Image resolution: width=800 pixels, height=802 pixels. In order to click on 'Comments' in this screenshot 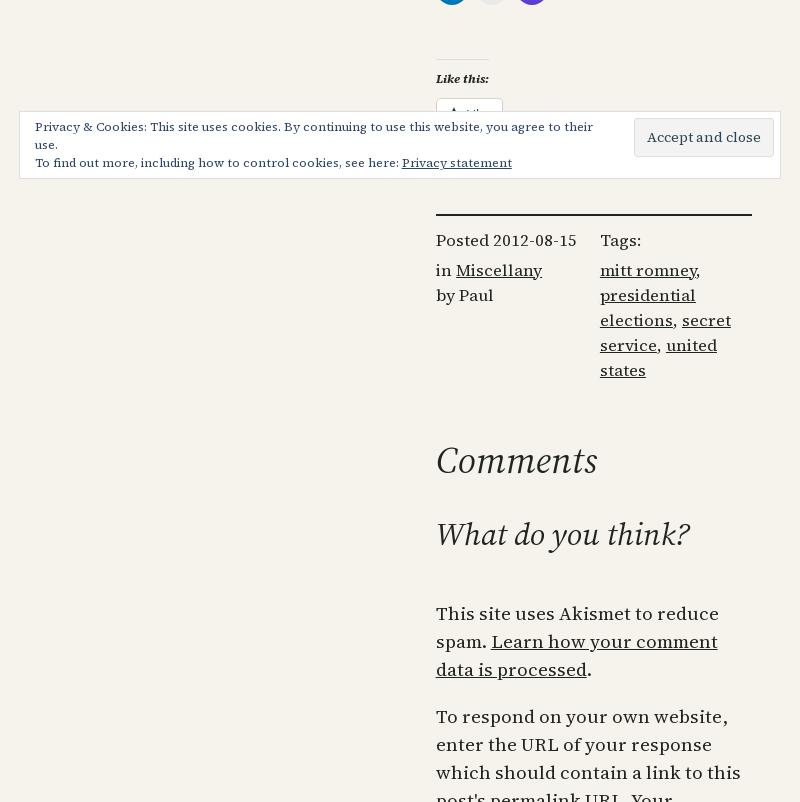, I will do `click(514, 459)`.